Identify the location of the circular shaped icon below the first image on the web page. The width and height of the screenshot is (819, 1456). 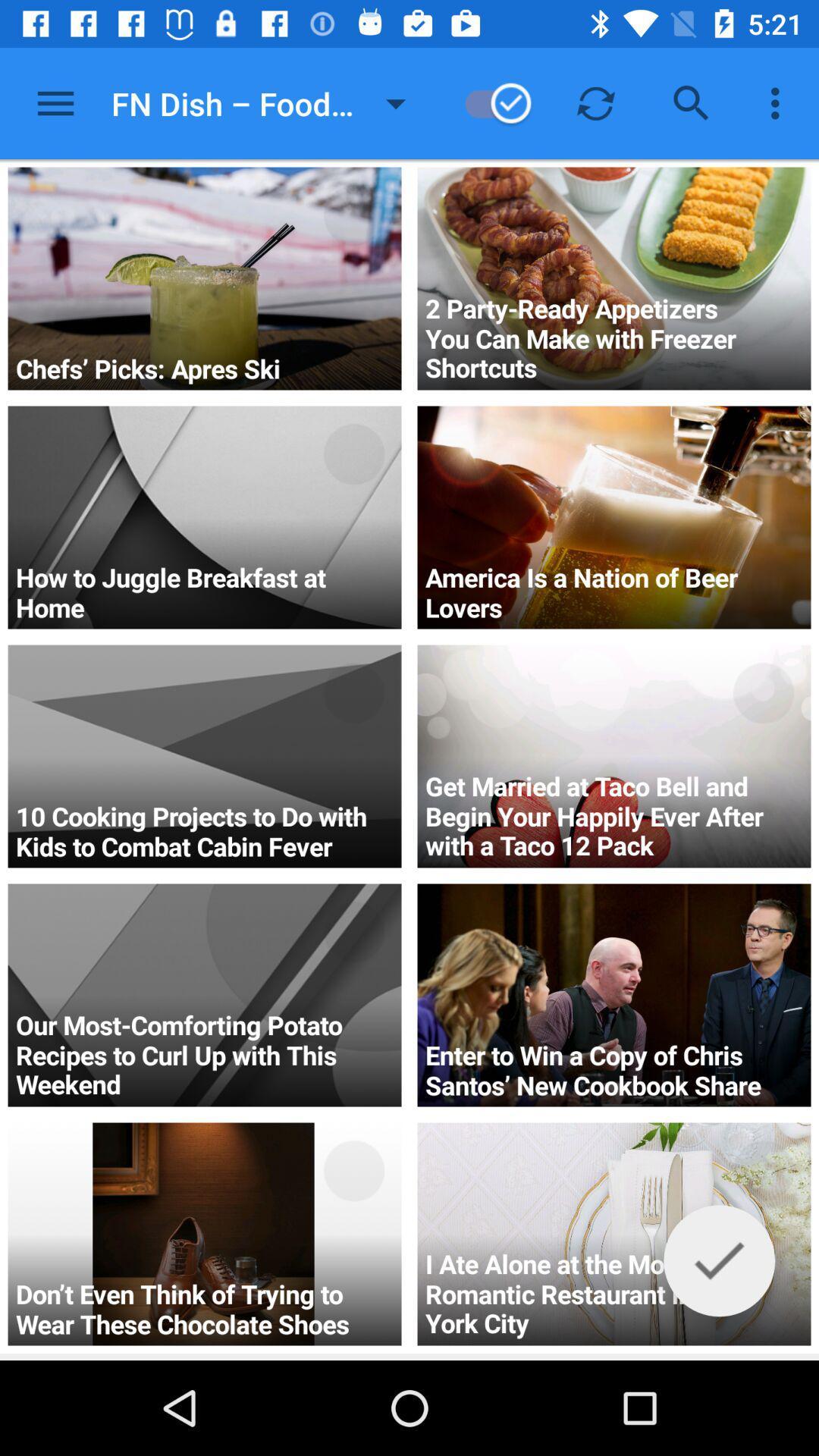
(353, 453).